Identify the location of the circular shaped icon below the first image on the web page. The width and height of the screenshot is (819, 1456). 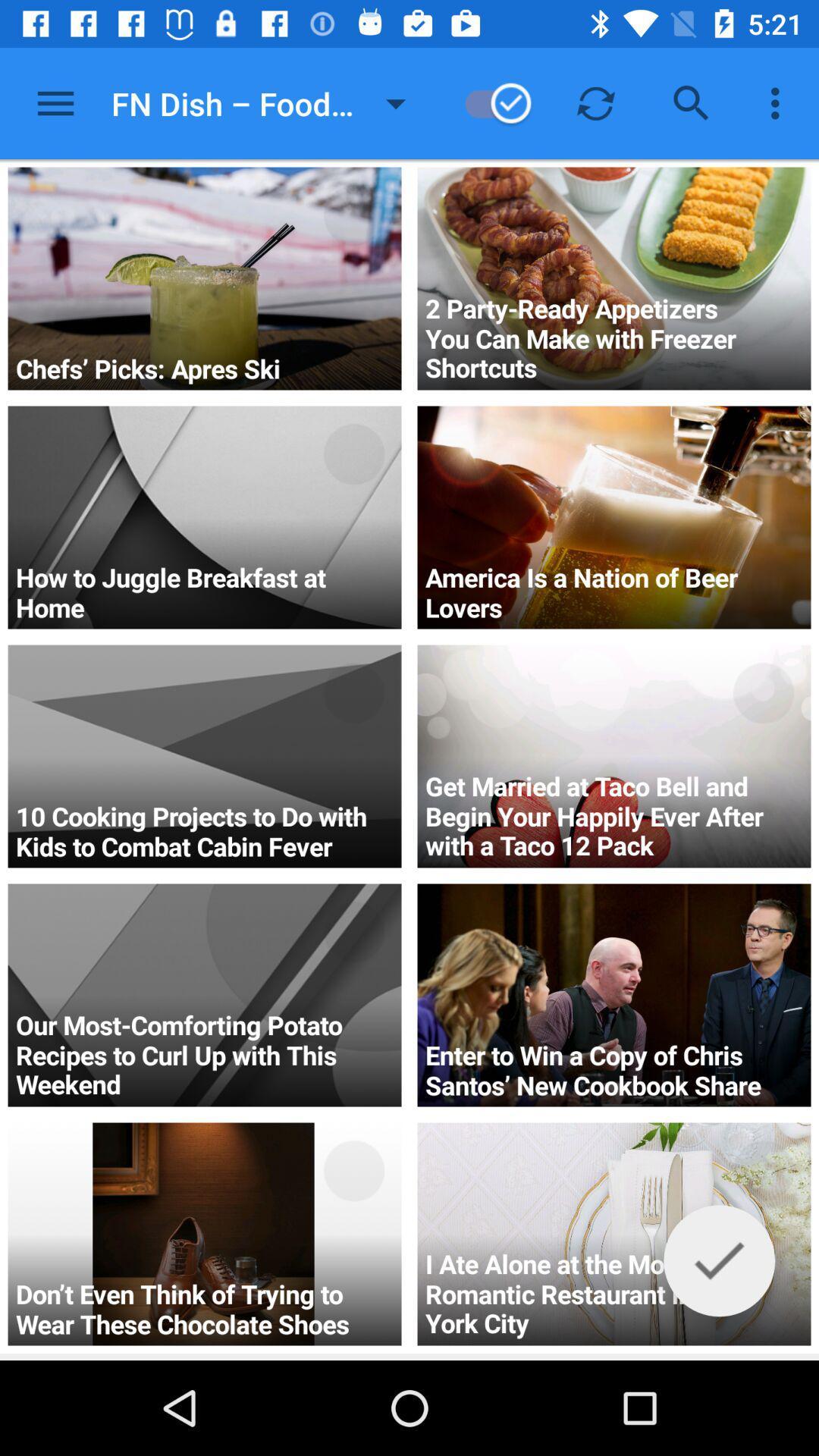
(353, 453).